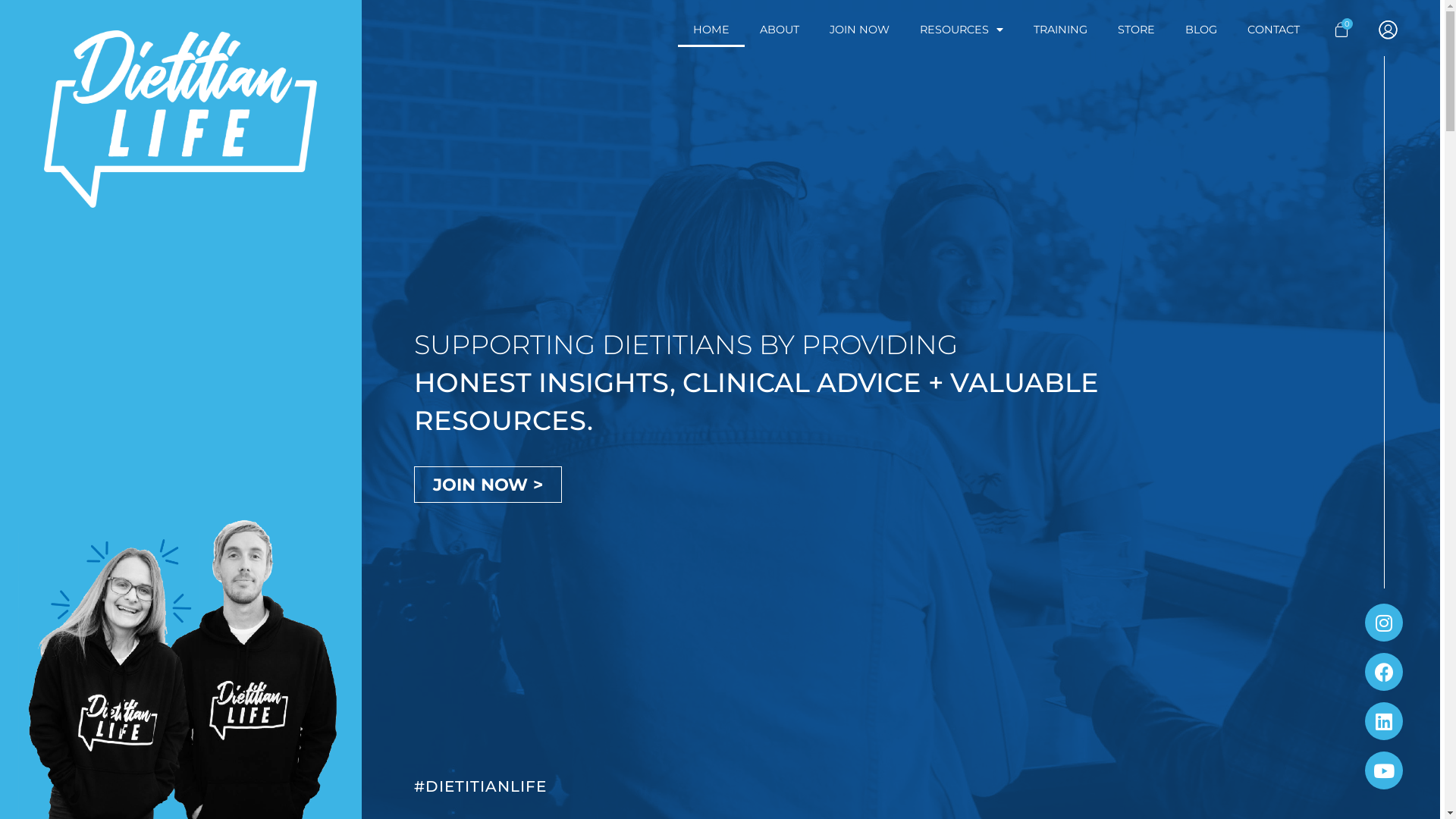  Describe the element at coordinates (1325, 29) in the screenshot. I see `'0'` at that location.